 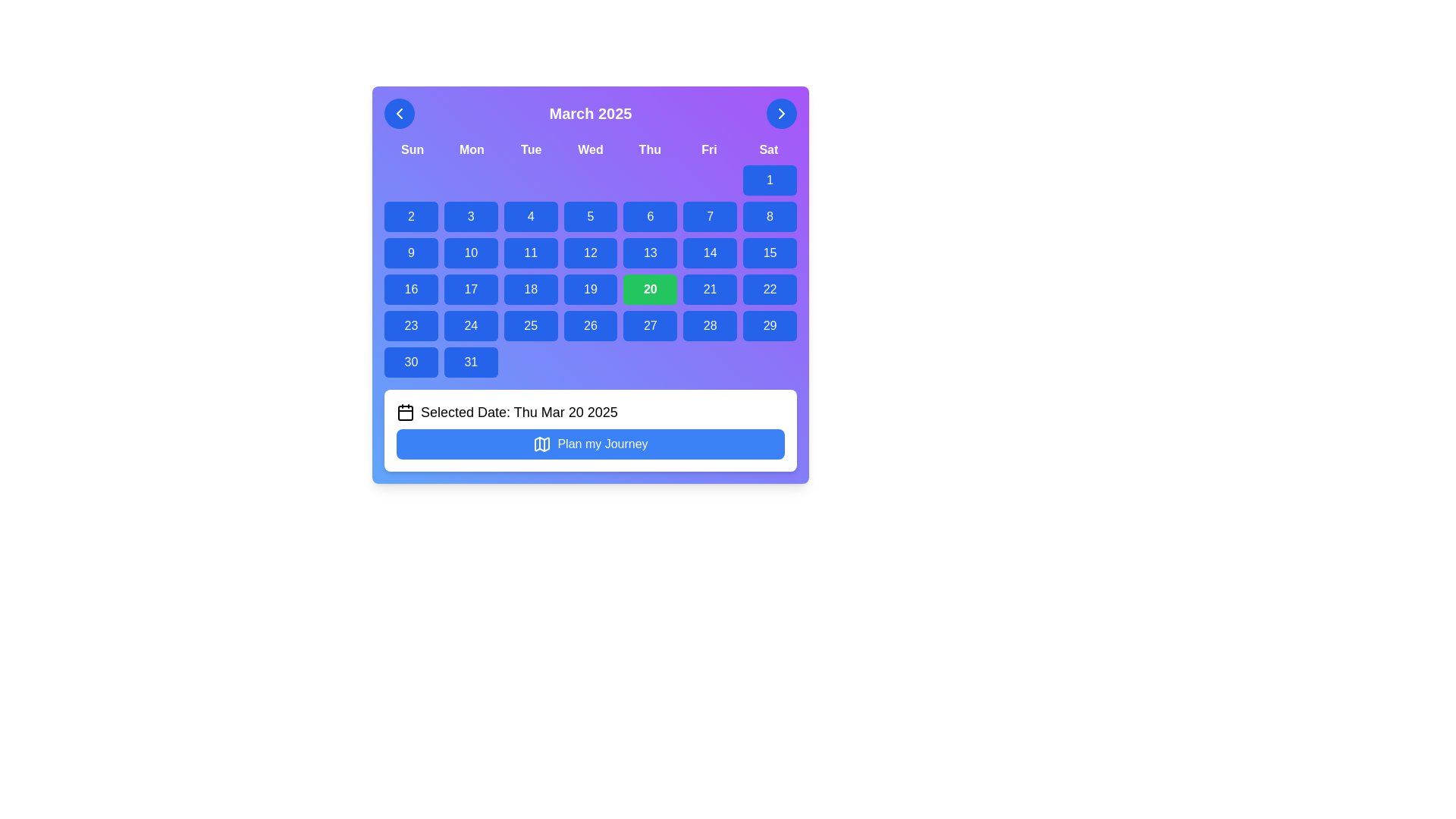 I want to click on the button representing the 15th day of March 2025 in the calendar, so click(x=770, y=253).